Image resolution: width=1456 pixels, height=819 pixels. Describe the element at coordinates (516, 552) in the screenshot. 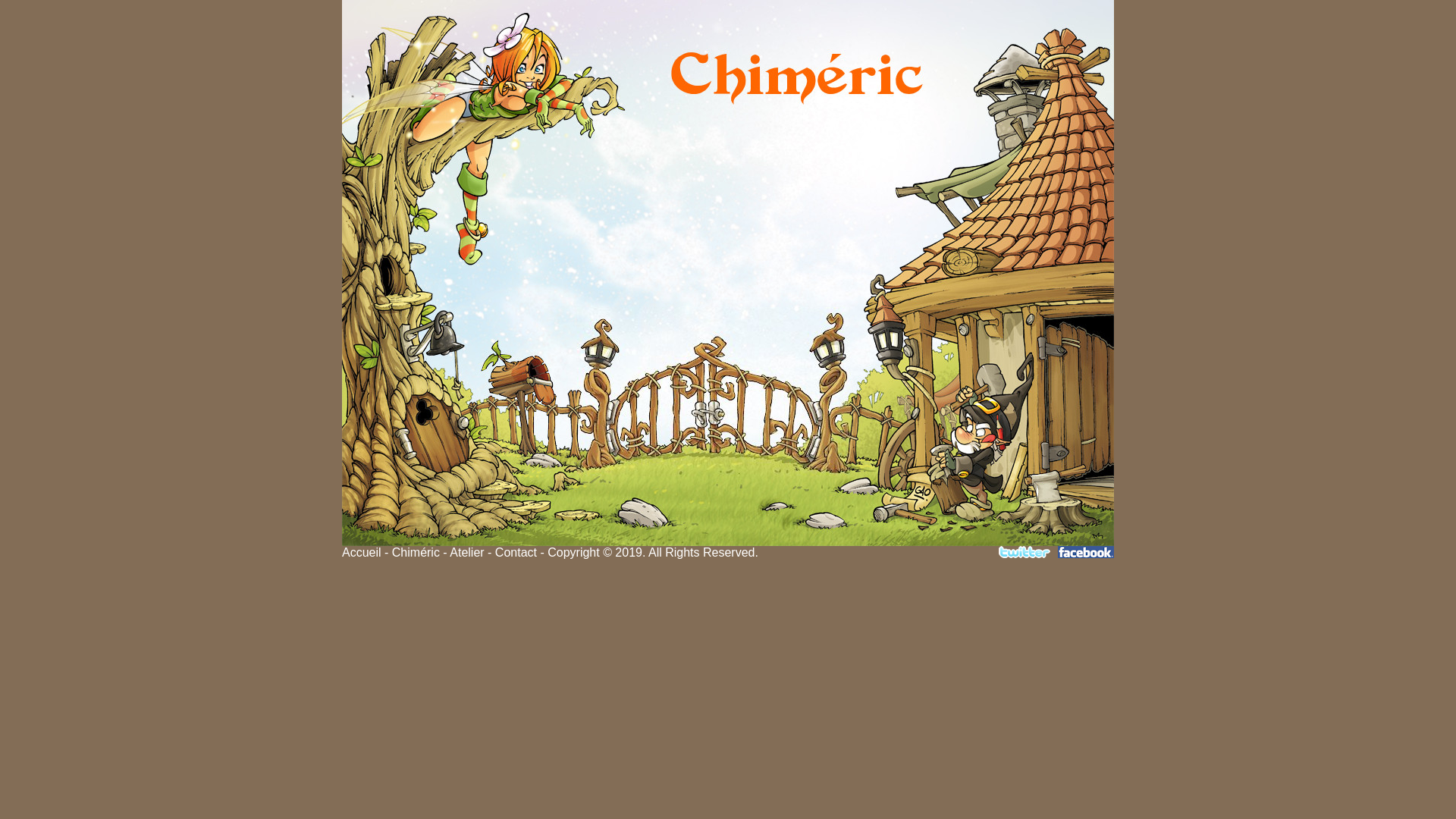

I see `'Contact'` at that location.